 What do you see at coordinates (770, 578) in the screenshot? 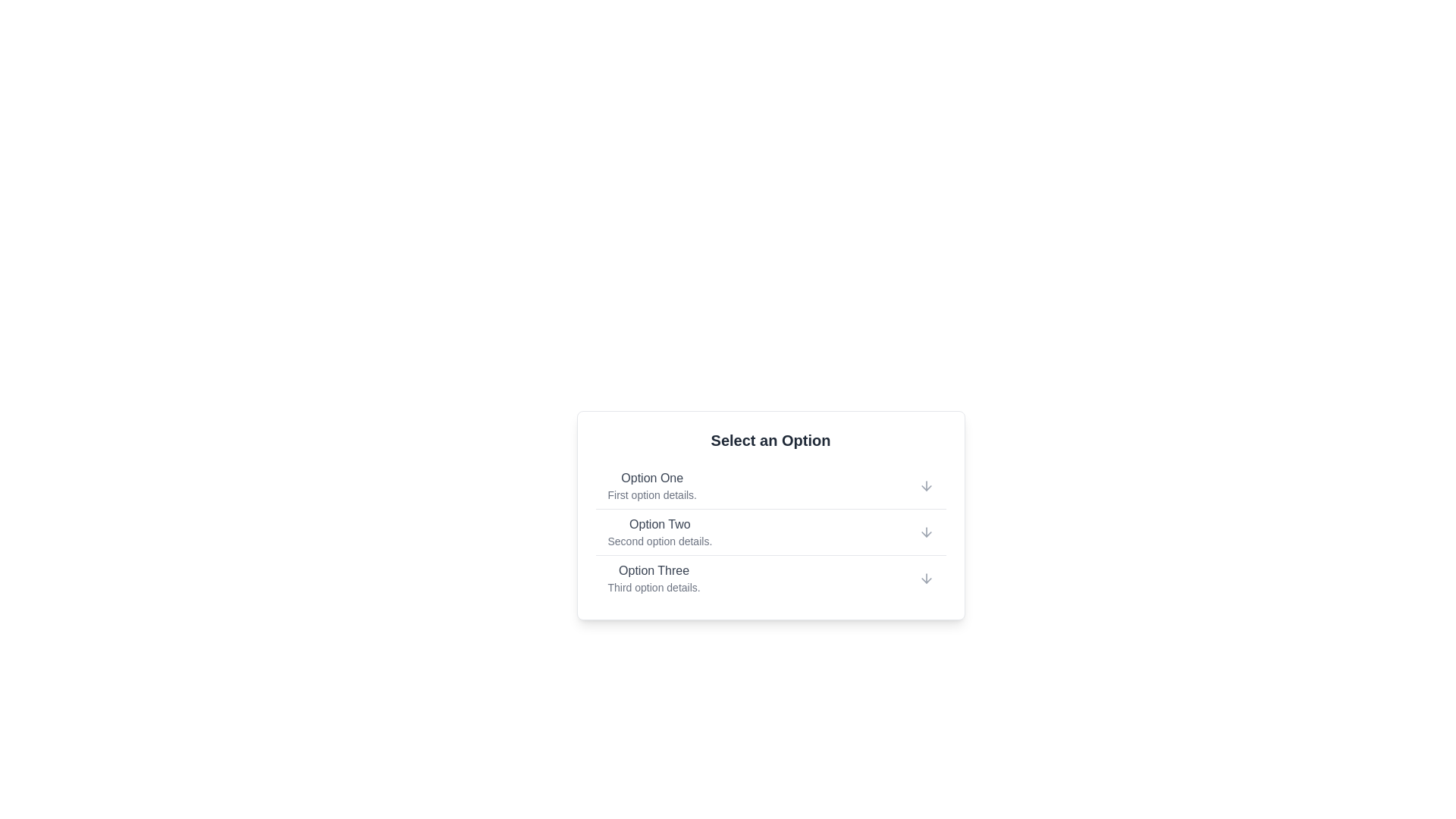
I see `the third item in a vertical selection list` at bounding box center [770, 578].